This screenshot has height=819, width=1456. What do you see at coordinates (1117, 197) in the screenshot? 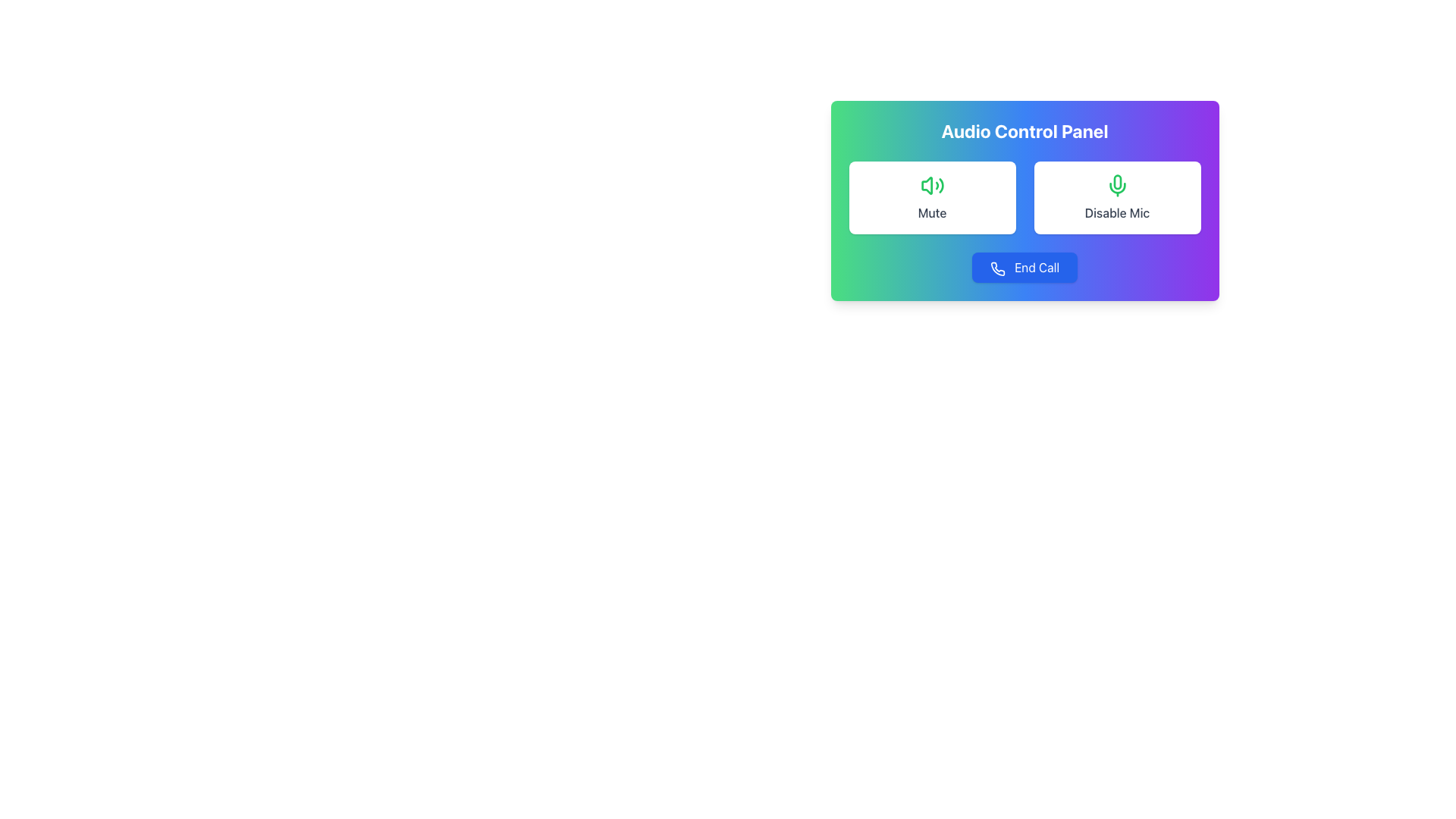
I see `the rectangular button with rounded corners labeled 'Disable Mic' that features a green microphone icon` at bounding box center [1117, 197].